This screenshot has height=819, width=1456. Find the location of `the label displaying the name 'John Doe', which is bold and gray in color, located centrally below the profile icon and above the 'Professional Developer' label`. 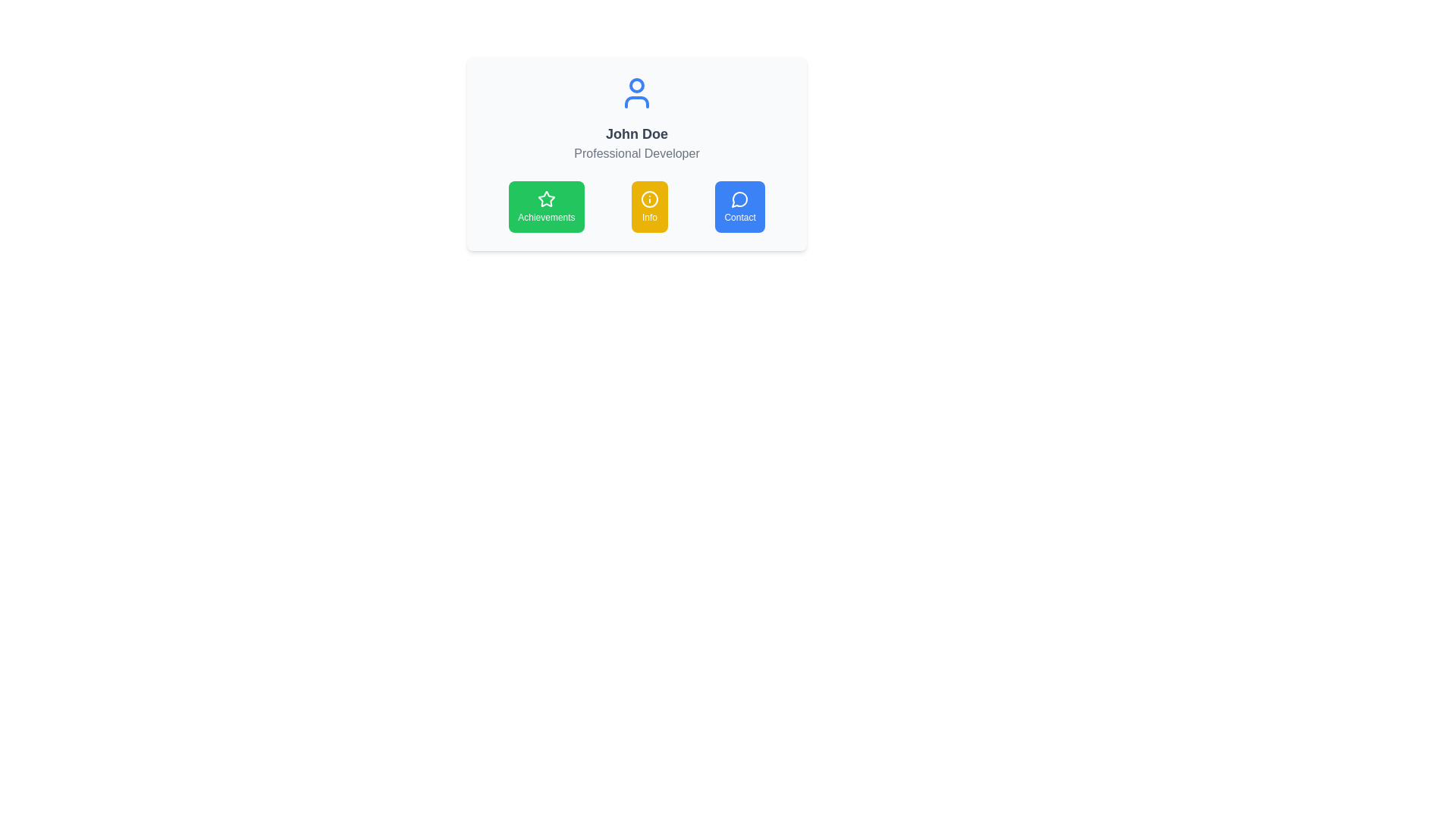

the label displaying the name 'John Doe', which is bold and gray in color, located centrally below the profile icon and above the 'Professional Developer' label is located at coordinates (637, 133).